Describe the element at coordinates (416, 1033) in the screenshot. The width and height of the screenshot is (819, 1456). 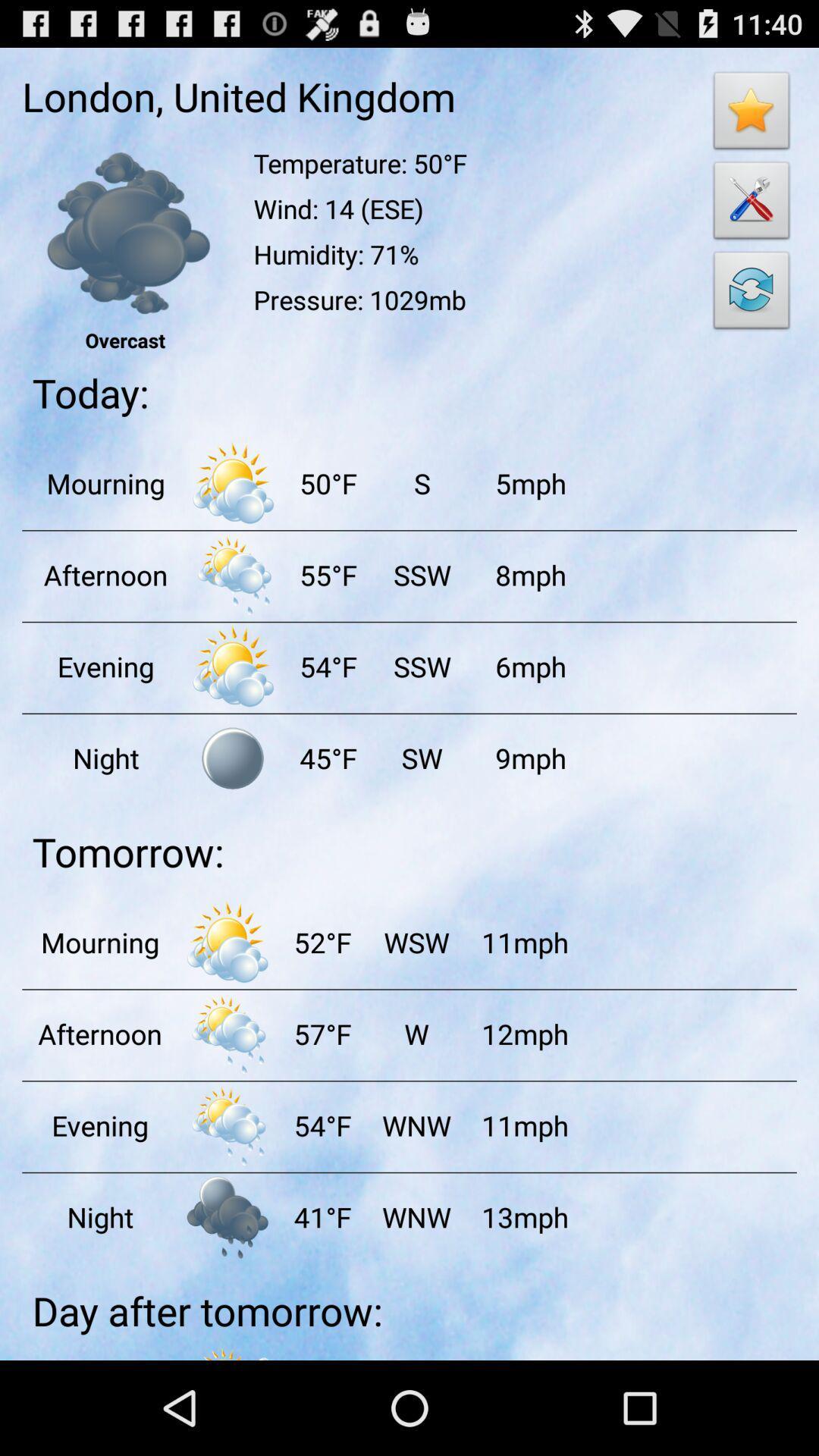
I see `w app` at that location.